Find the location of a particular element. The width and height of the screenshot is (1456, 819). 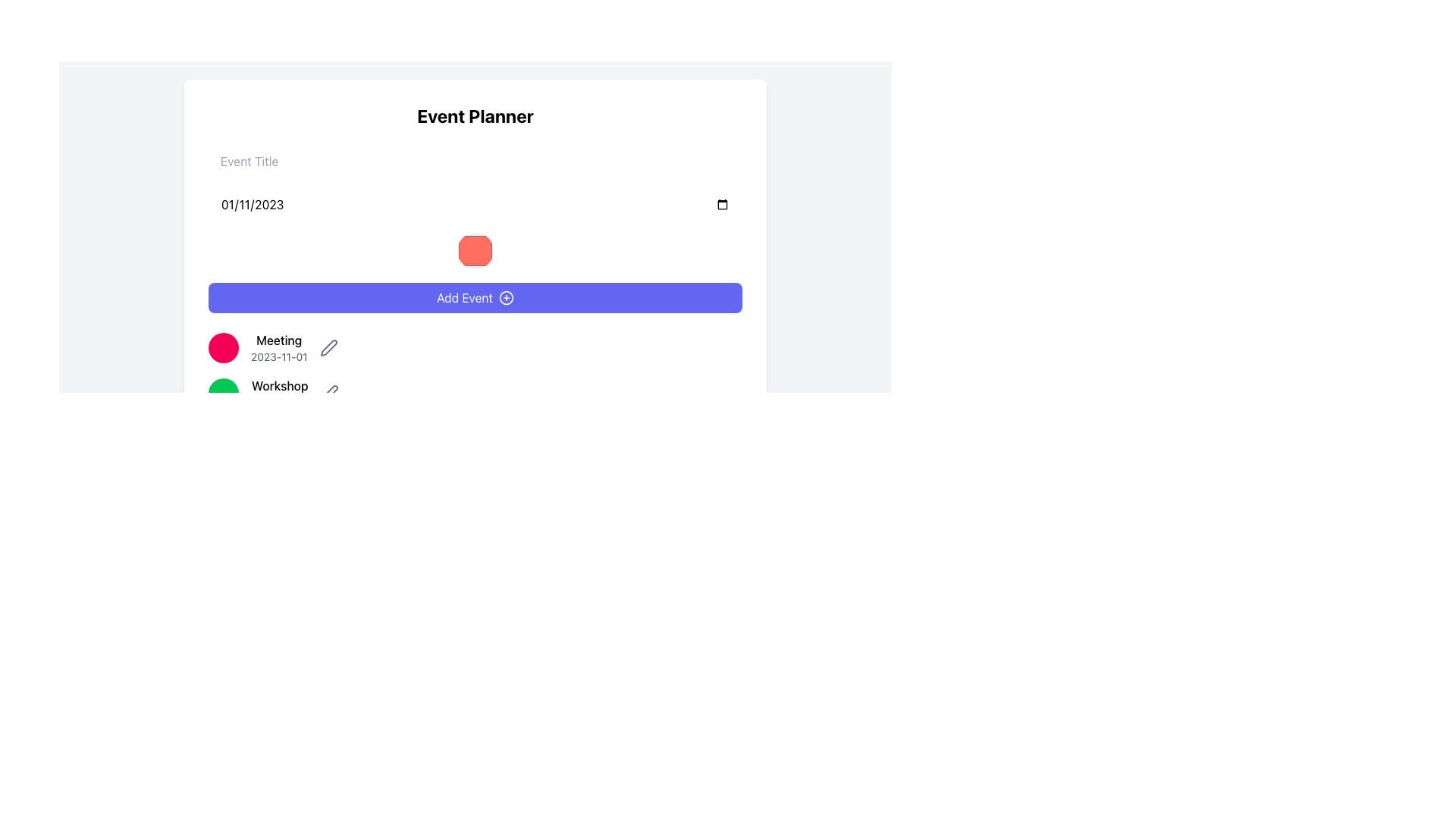

the static text label displaying the date '2023-11-01', which is aligned under the 'Meeting' label is located at coordinates (279, 356).